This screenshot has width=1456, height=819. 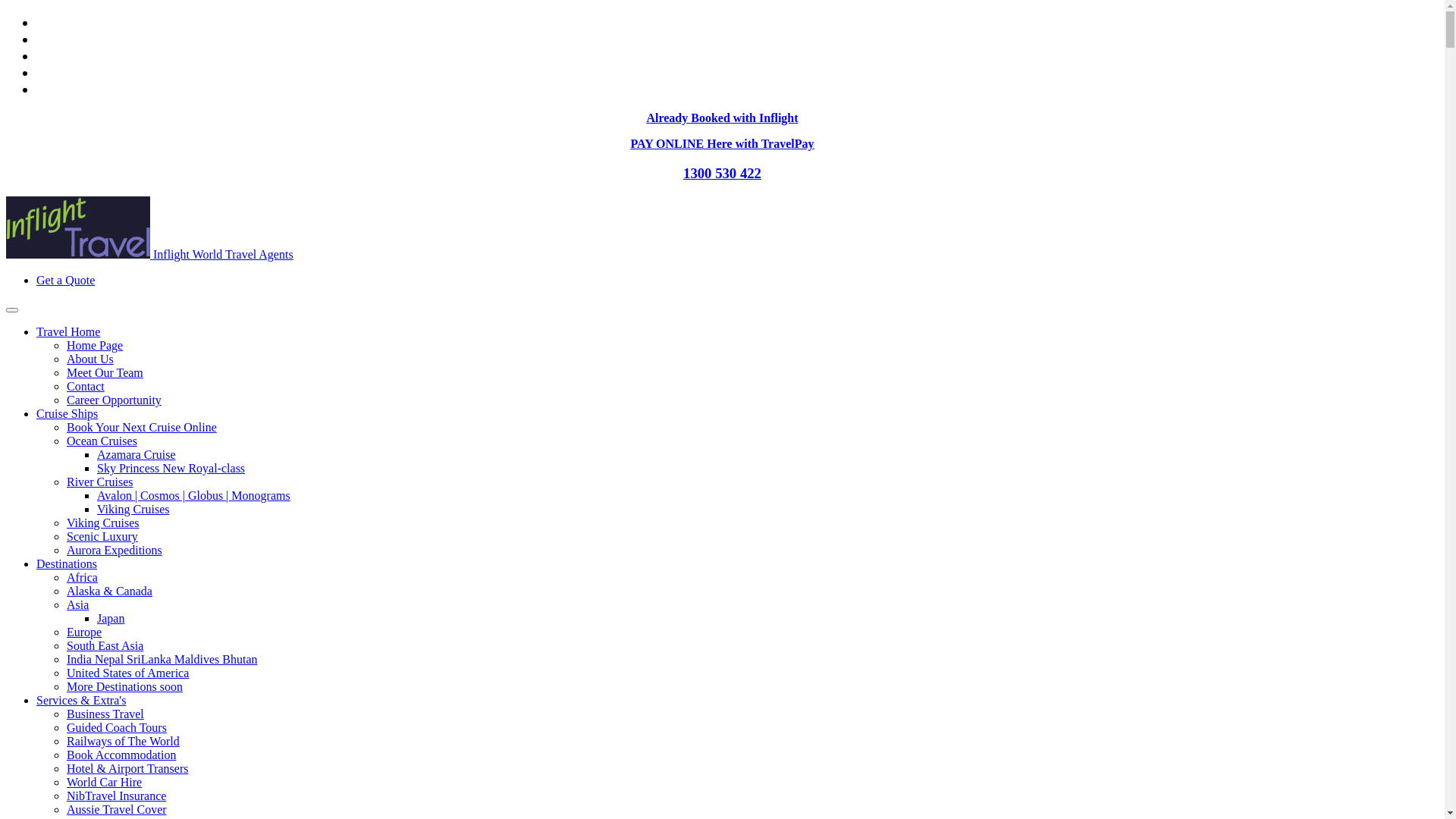 I want to click on 'Africa', so click(x=65, y=577).